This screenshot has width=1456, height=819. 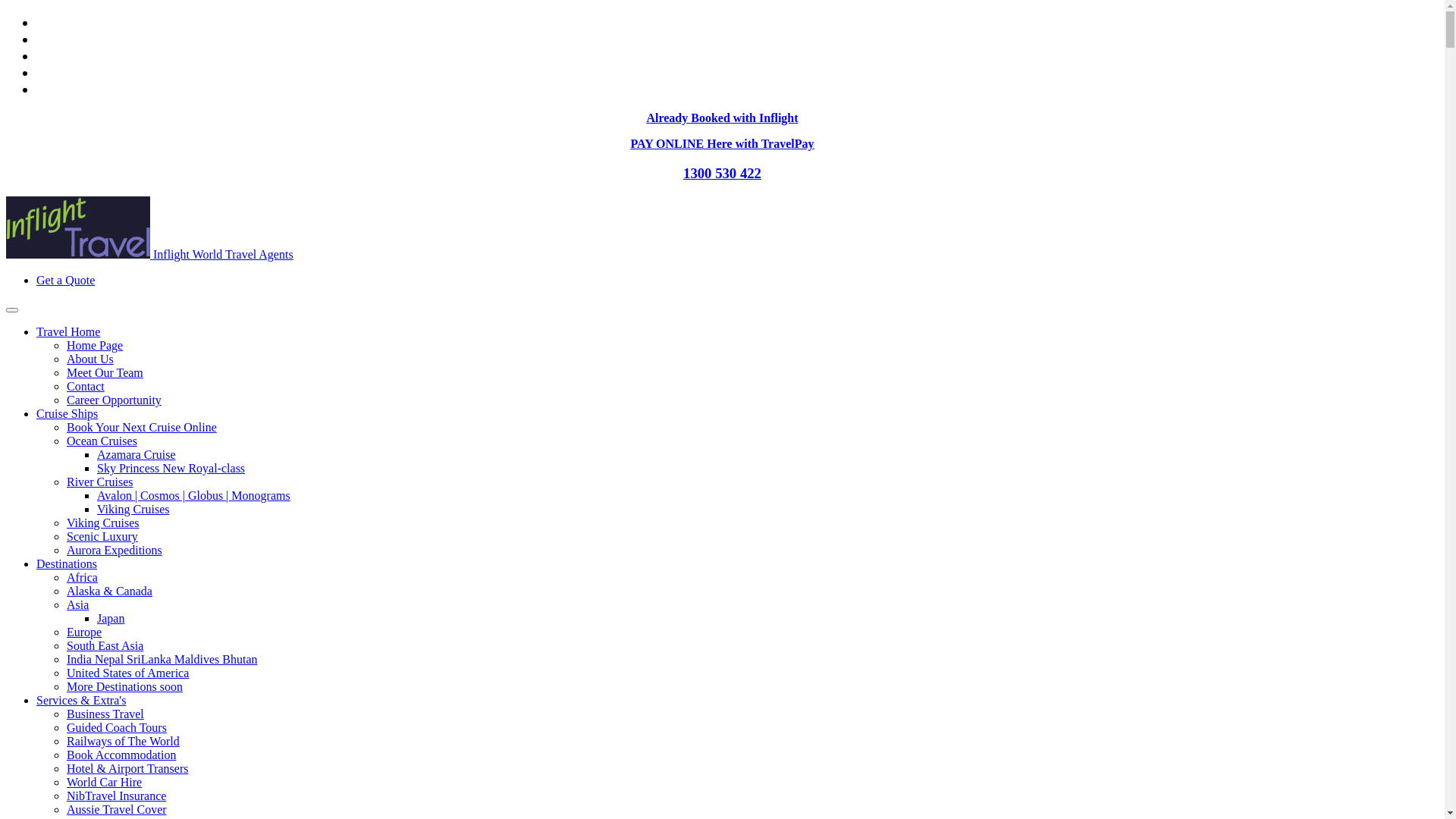 I want to click on 'Africa', so click(x=65, y=577).